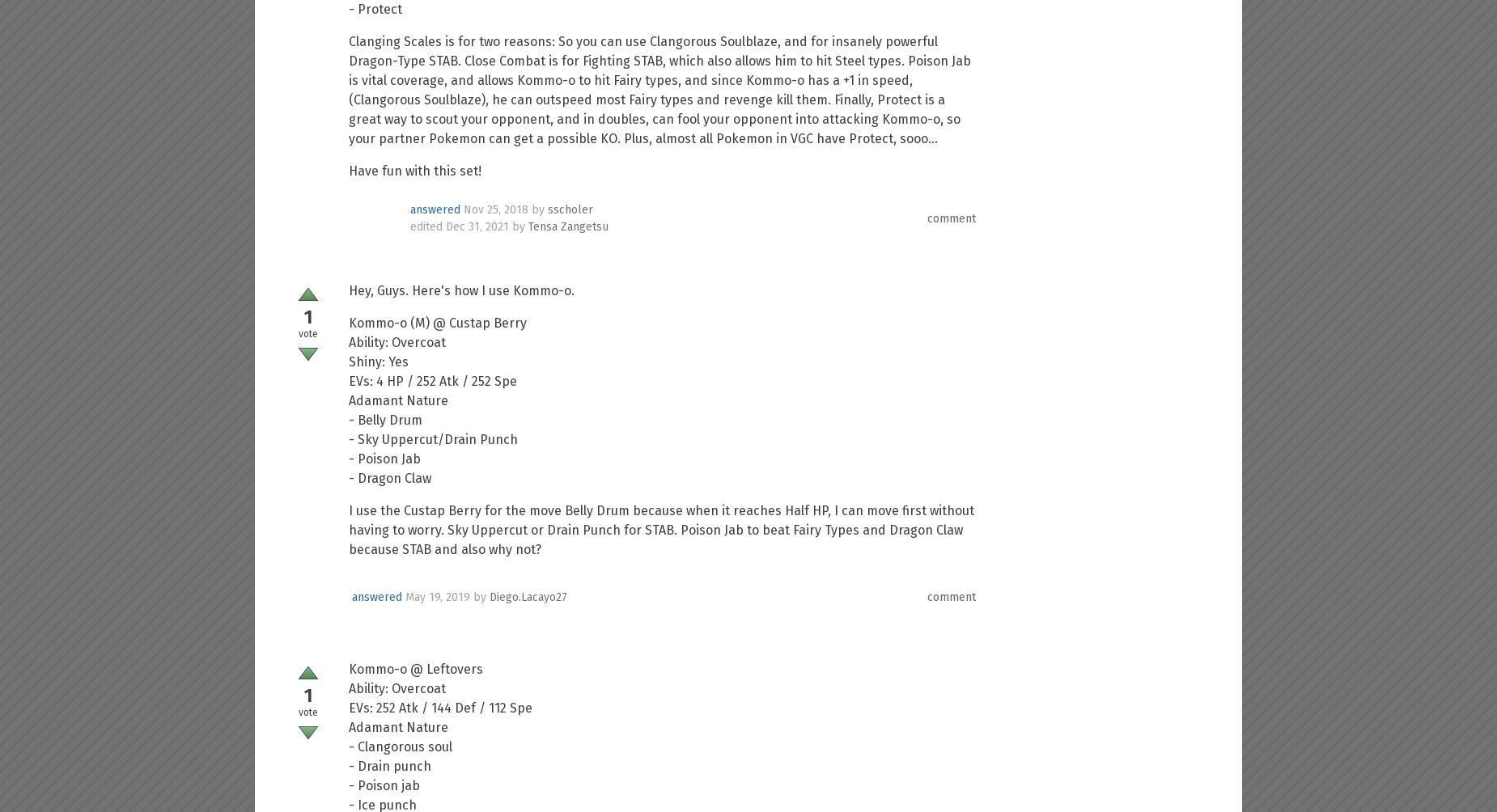 The image size is (1497, 812). Describe the element at coordinates (568, 226) in the screenshot. I see `'Tensa Zangetsu'` at that location.